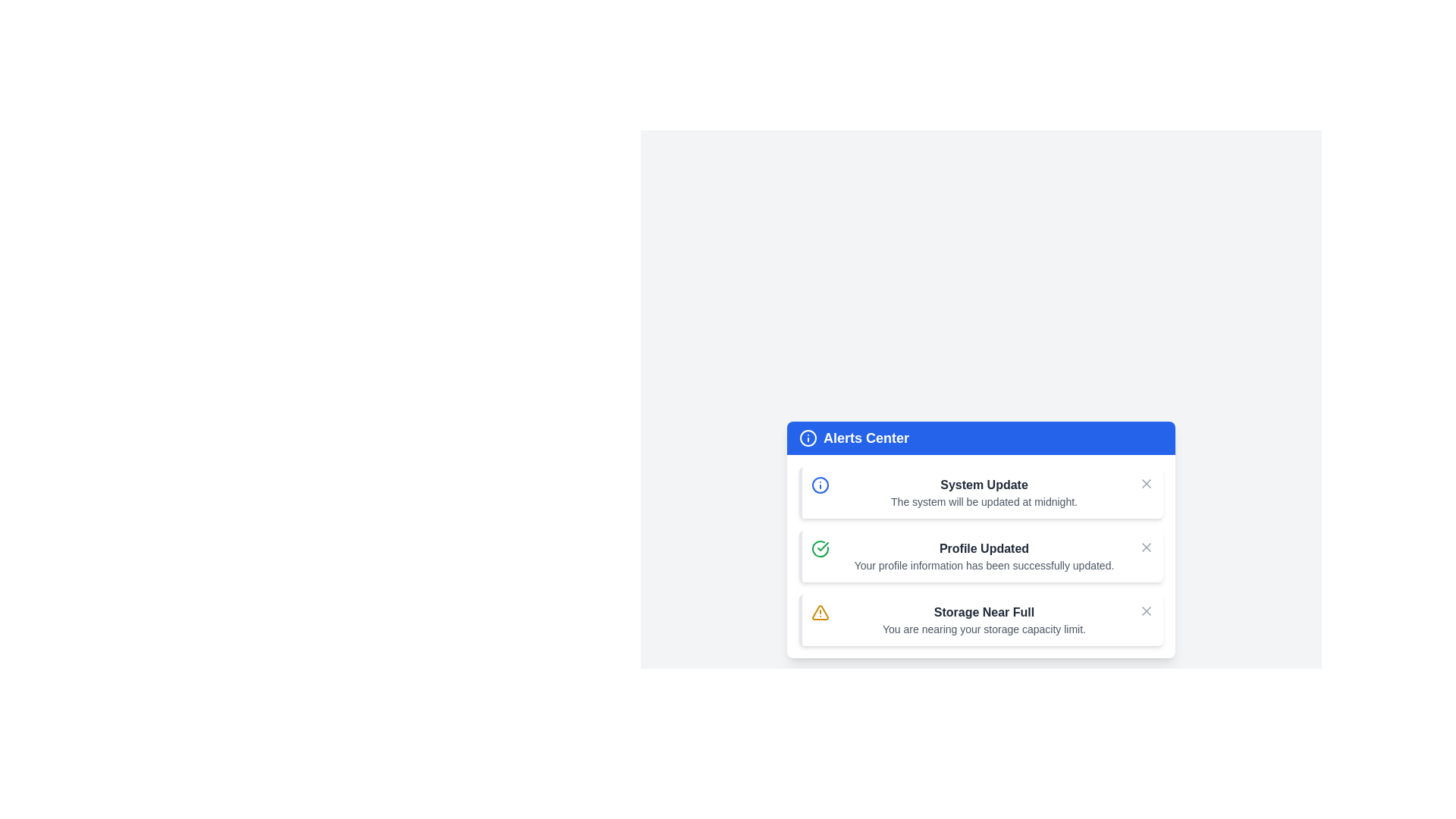 This screenshot has height=819, width=1456. I want to click on the green check mark icon in the second notification titled 'Profile Updated' within the 'Alerts Center' section, so click(822, 547).